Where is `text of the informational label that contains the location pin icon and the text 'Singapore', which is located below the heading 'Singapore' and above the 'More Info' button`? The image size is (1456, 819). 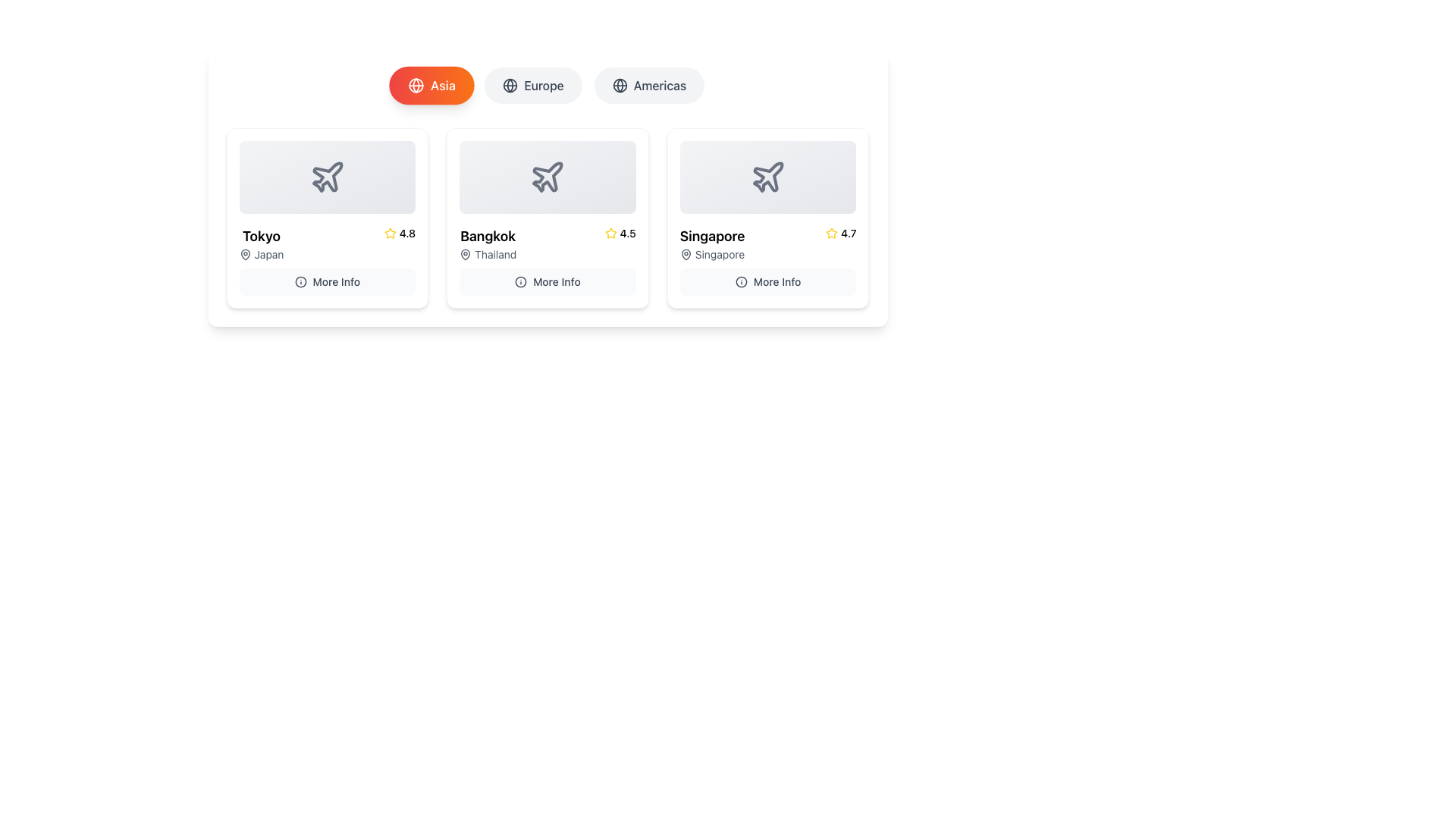
text of the informational label that contains the location pin icon and the text 'Singapore', which is located below the heading 'Singapore' and above the 'More Info' button is located at coordinates (711, 253).